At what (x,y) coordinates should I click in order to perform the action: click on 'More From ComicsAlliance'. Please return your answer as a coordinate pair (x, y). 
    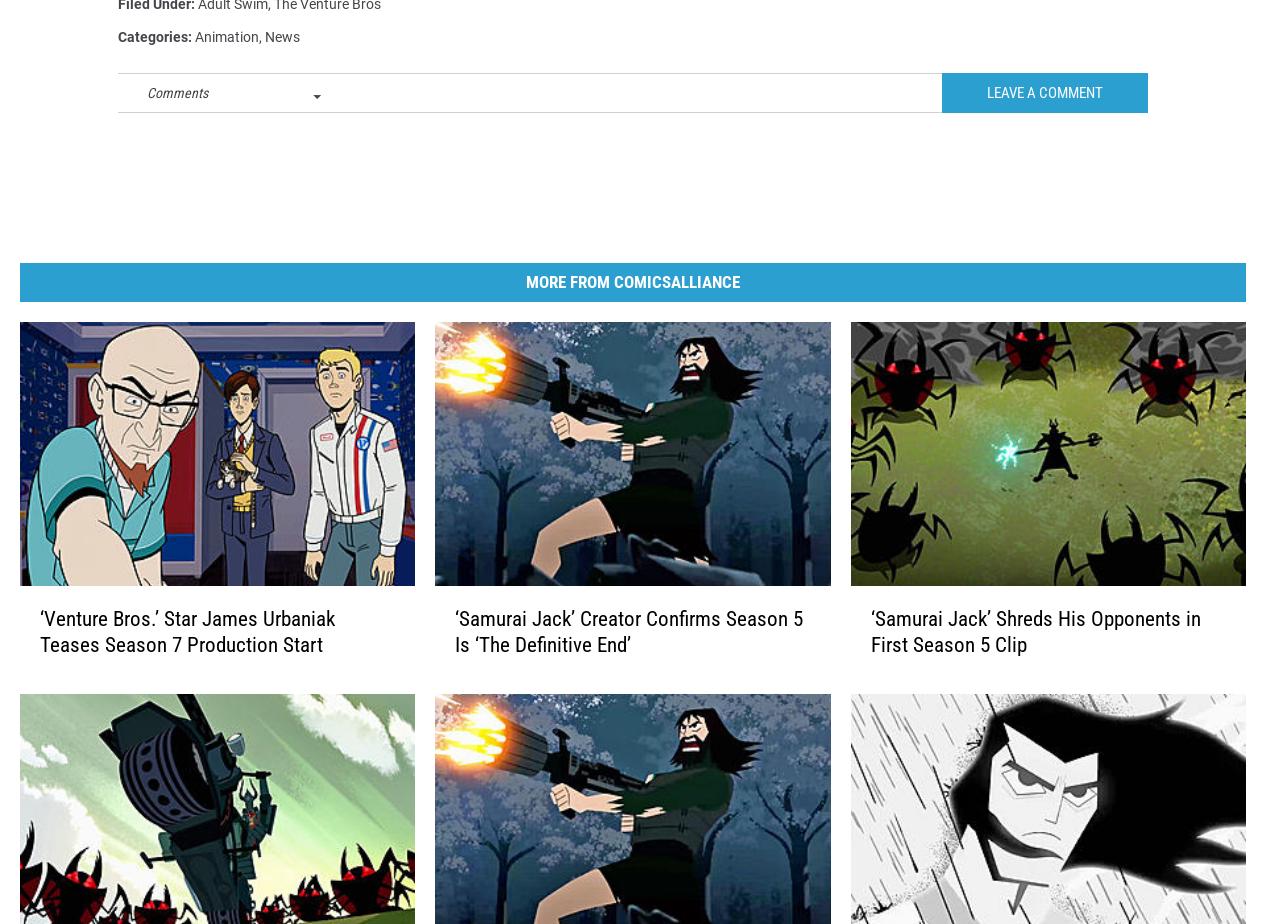
    Looking at the image, I should click on (524, 313).